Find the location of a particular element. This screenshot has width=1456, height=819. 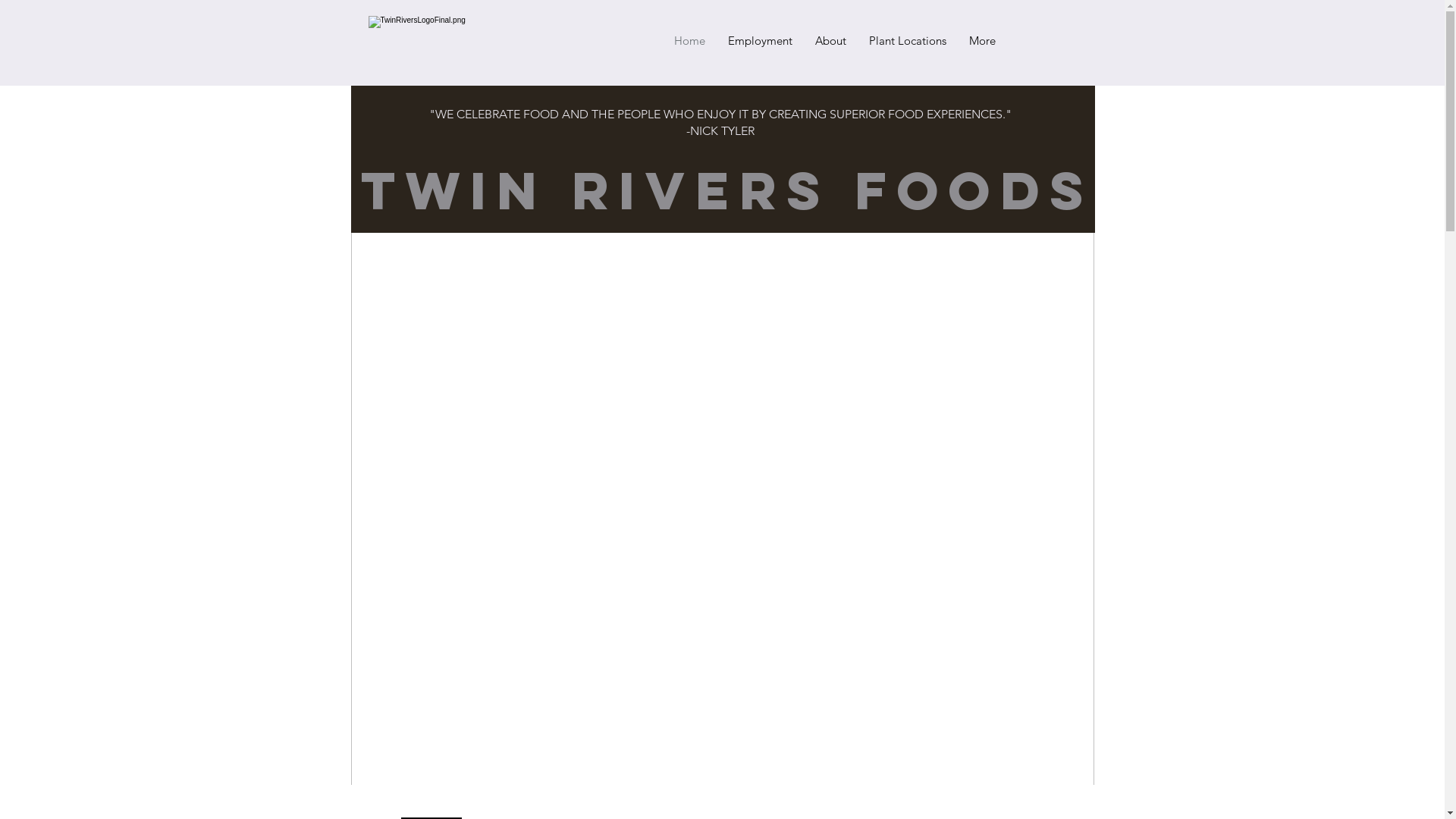

'Plant Locations' is located at coordinates (906, 40).